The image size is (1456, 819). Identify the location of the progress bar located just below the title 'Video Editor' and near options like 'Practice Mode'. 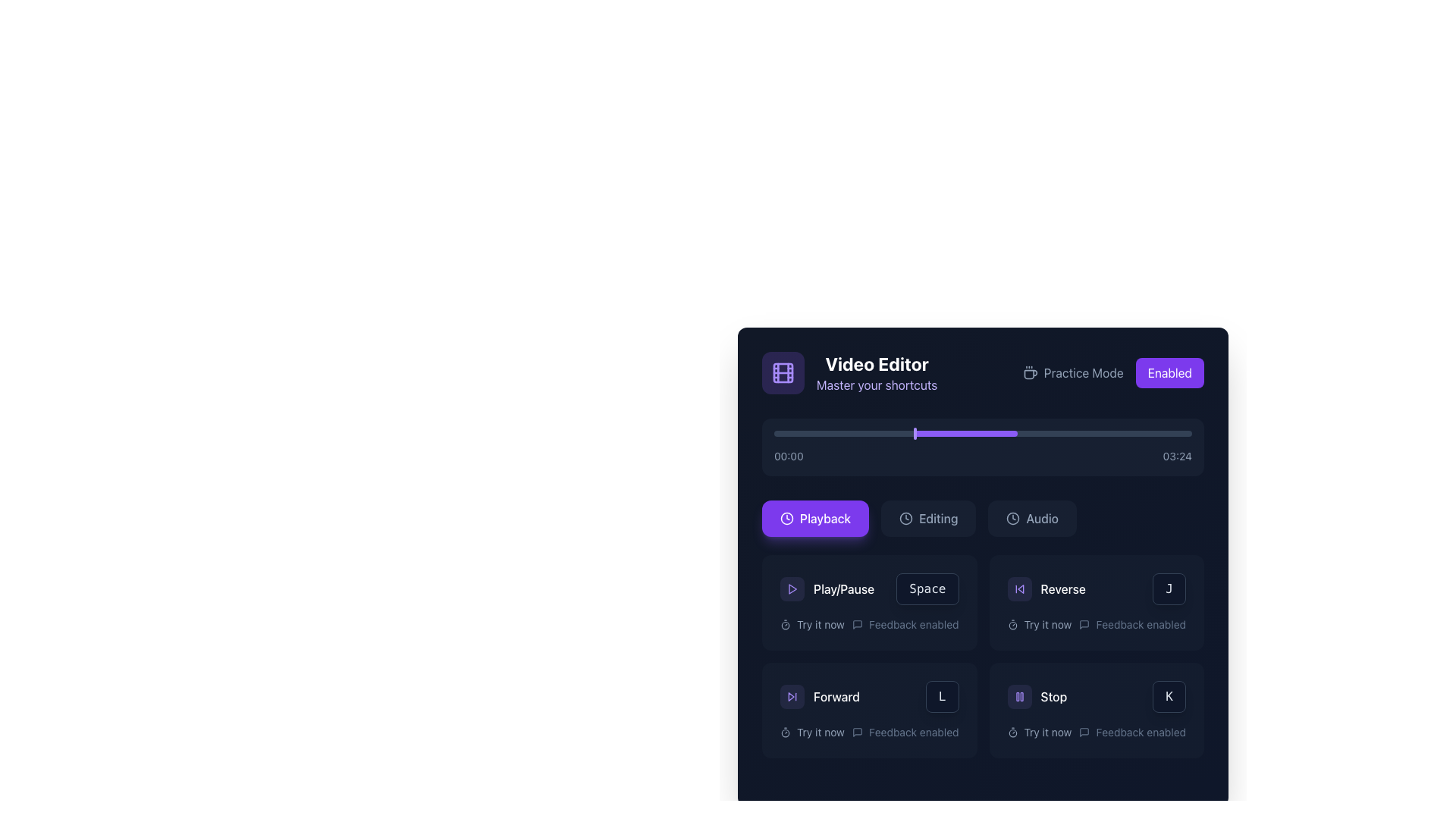
(983, 433).